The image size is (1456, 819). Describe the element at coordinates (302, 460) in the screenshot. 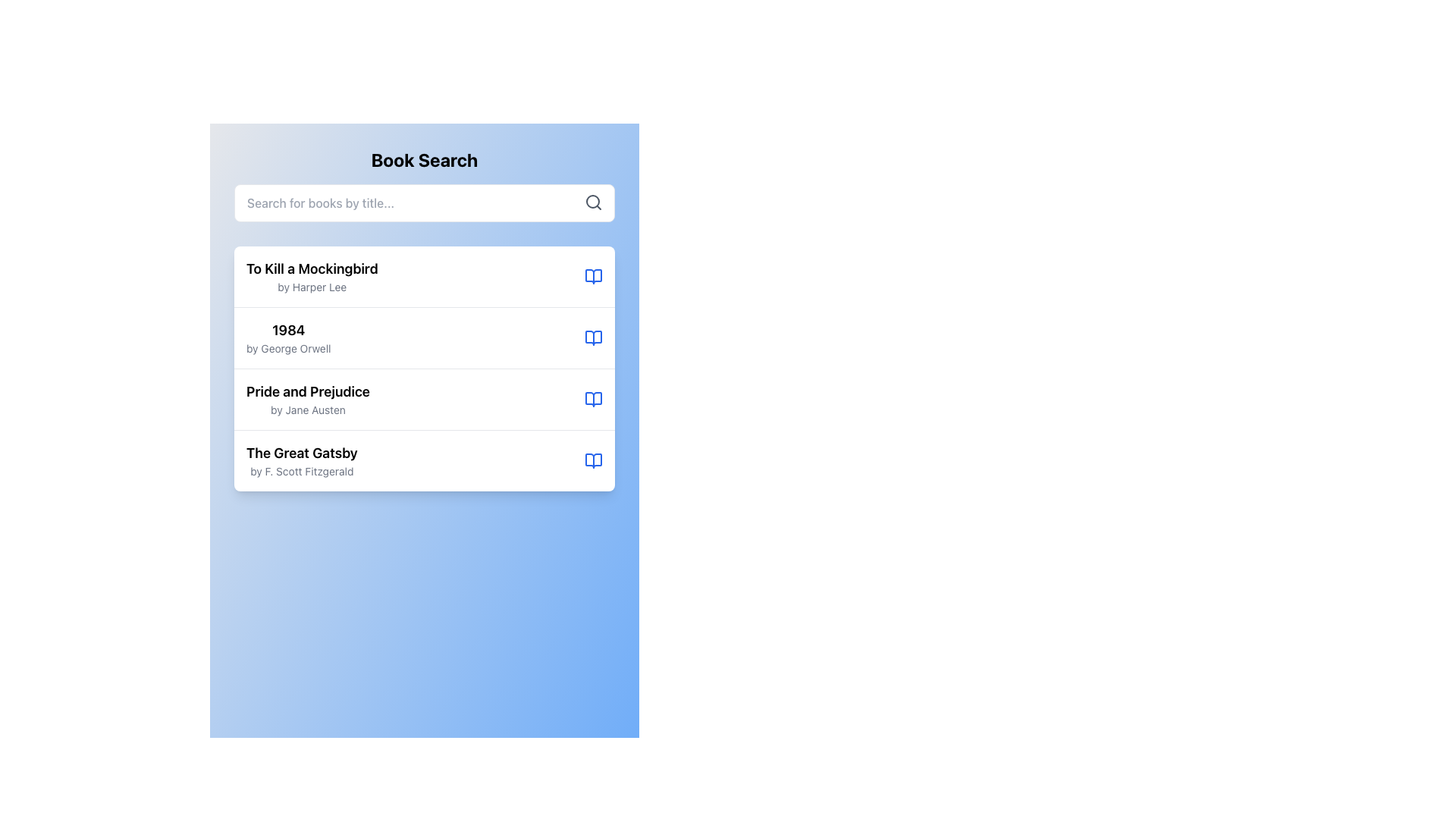

I see `the text block displaying the title 'The Great Gatsby' and subtitle 'by F. Scott Fitzgerald'` at that location.